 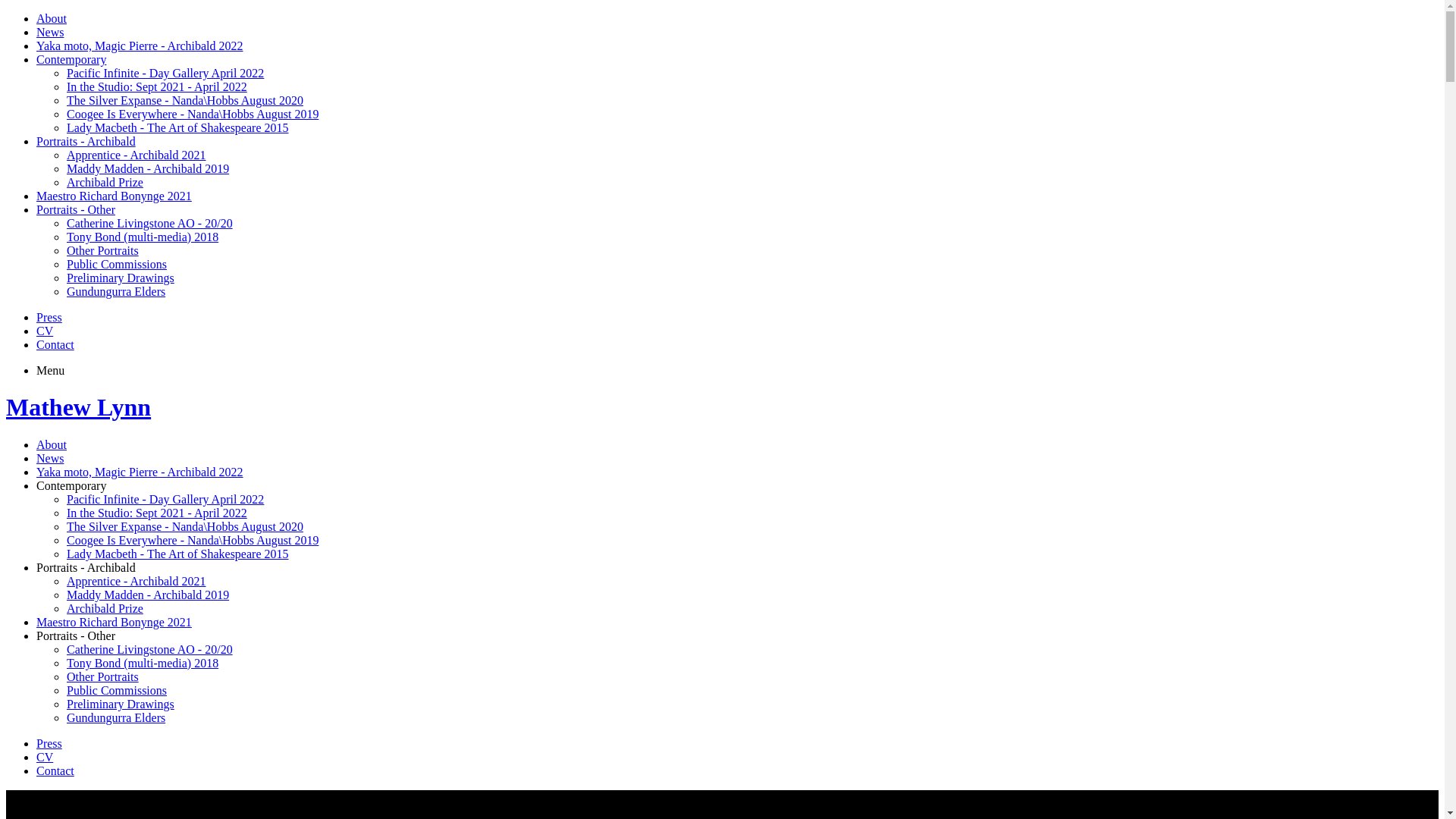 I want to click on 'Contact', so click(x=55, y=344).